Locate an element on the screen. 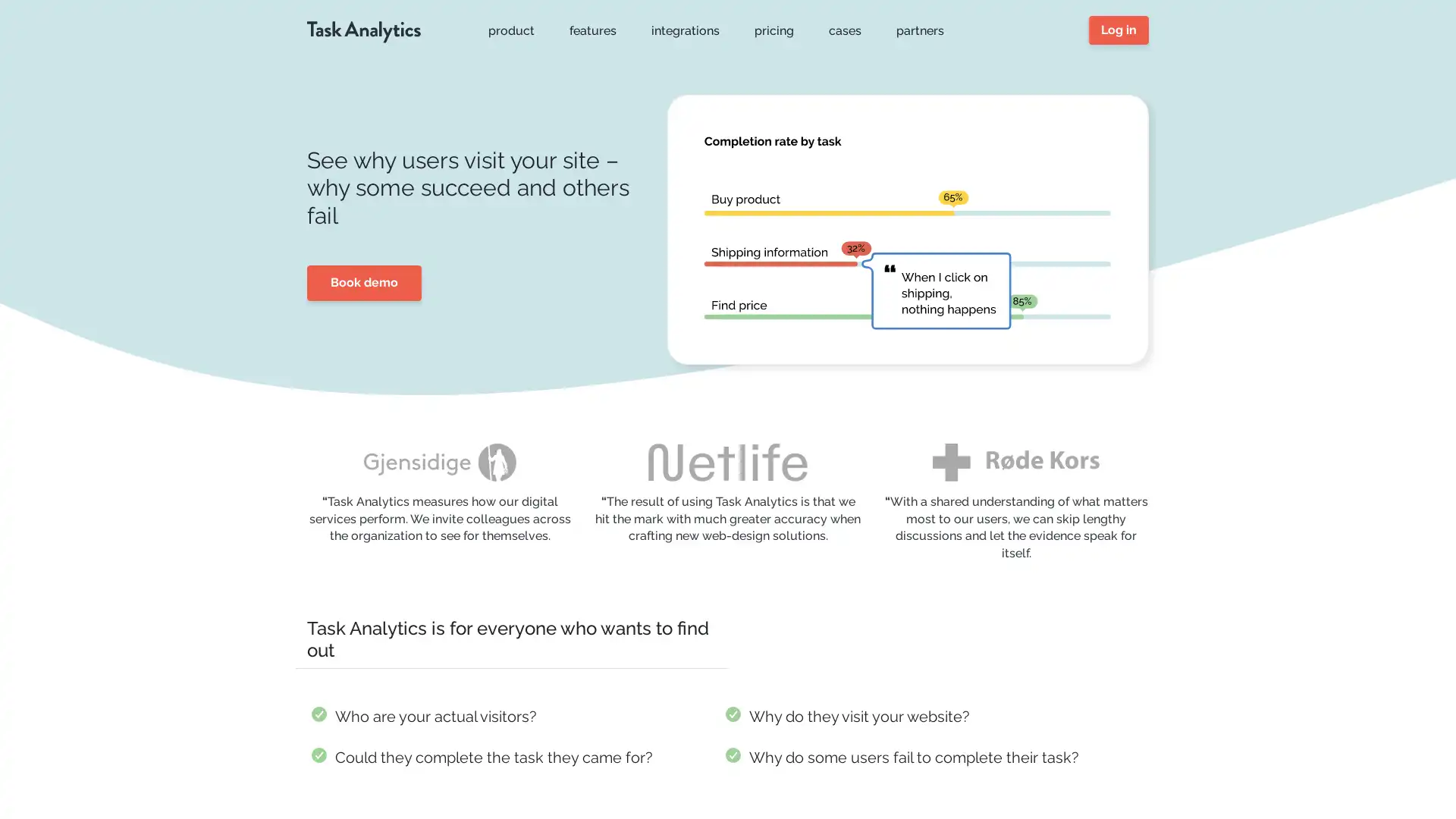 This screenshot has height=819, width=1456. Open Intercom Messenger is located at coordinates (1417, 780).